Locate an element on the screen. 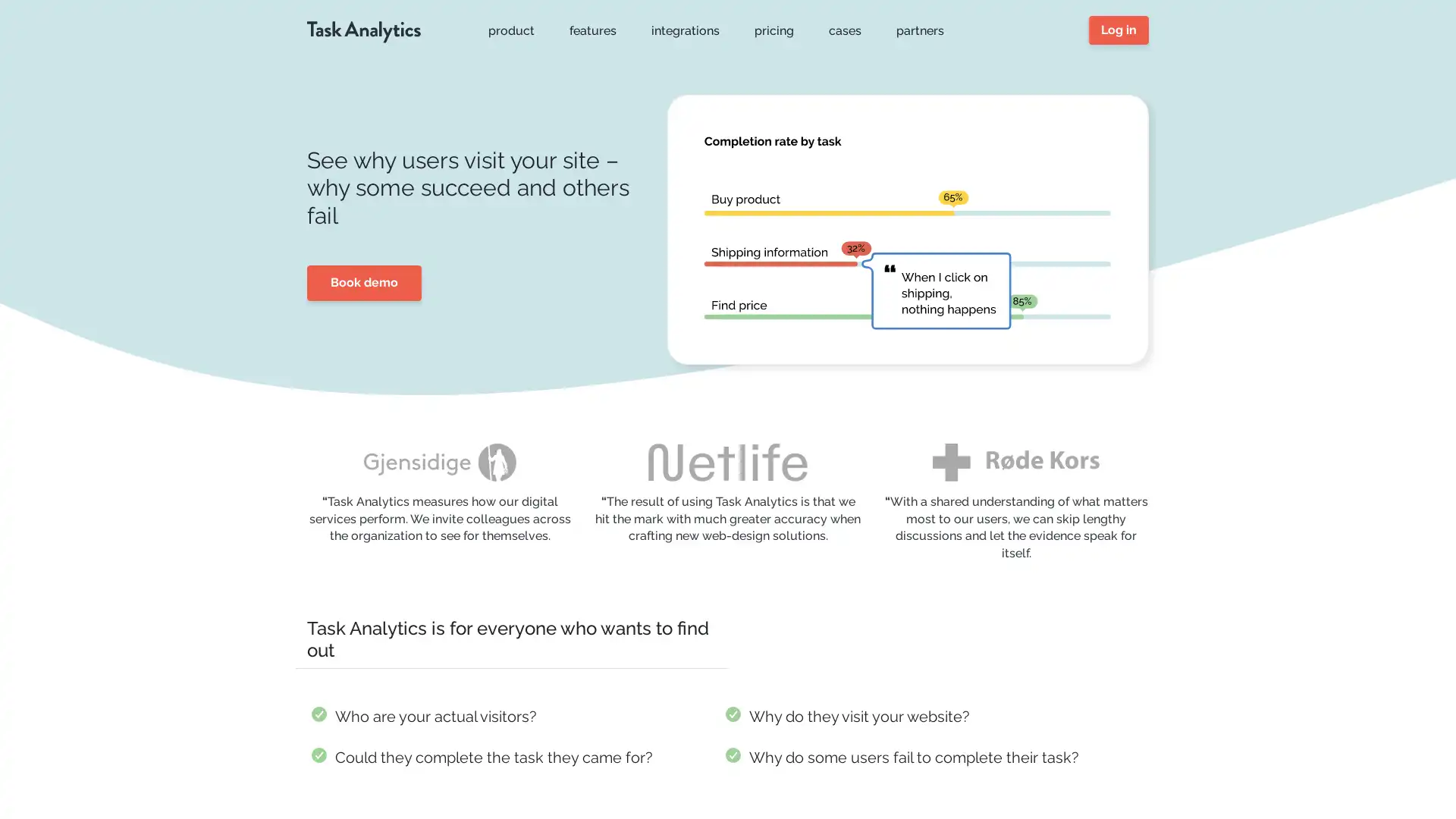 This screenshot has height=819, width=1456. Open Intercom Messenger is located at coordinates (1417, 780).